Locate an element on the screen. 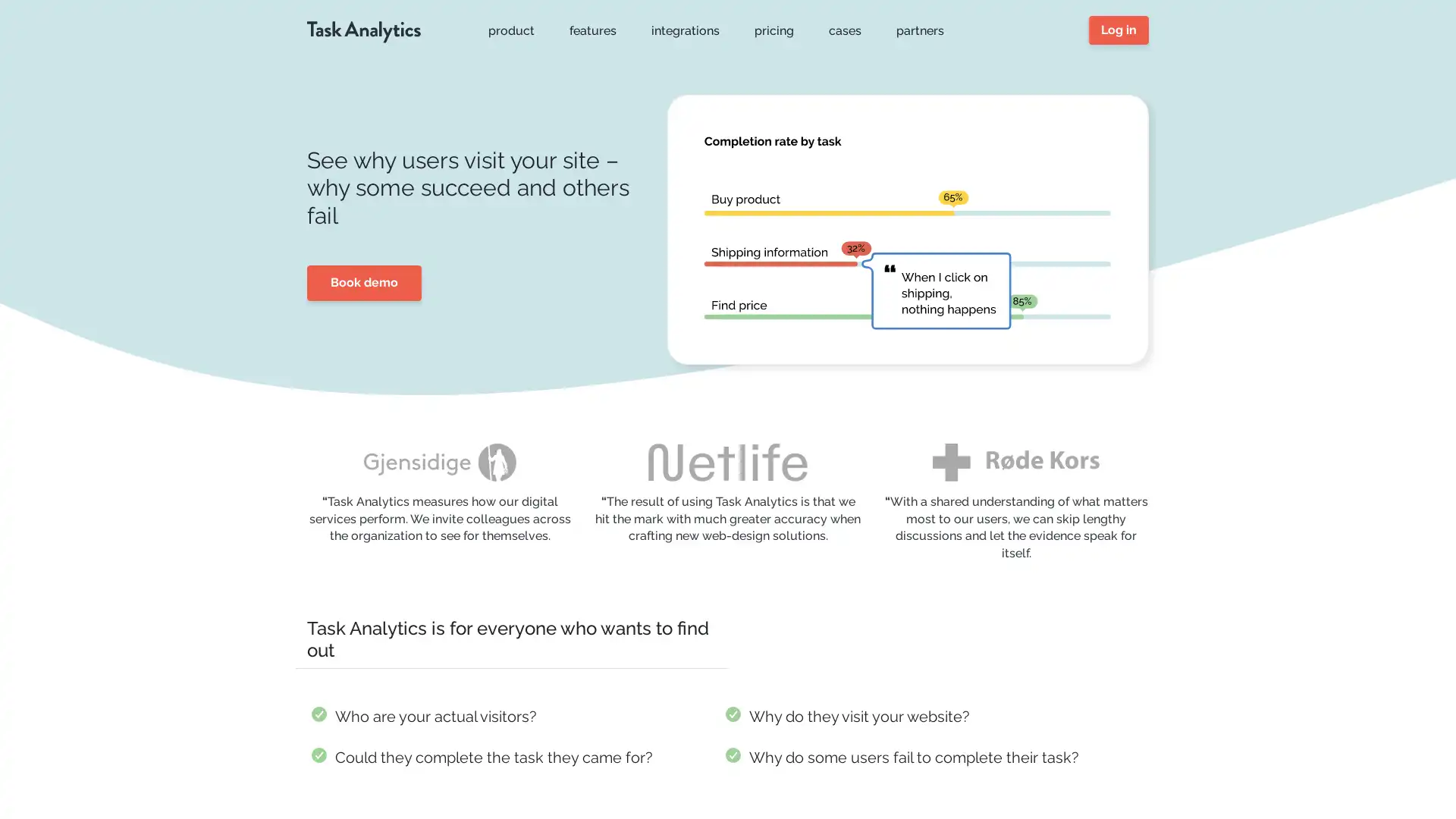 This screenshot has height=819, width=1456. Open Intercom Messenger is located at coordinates (1417, 780).